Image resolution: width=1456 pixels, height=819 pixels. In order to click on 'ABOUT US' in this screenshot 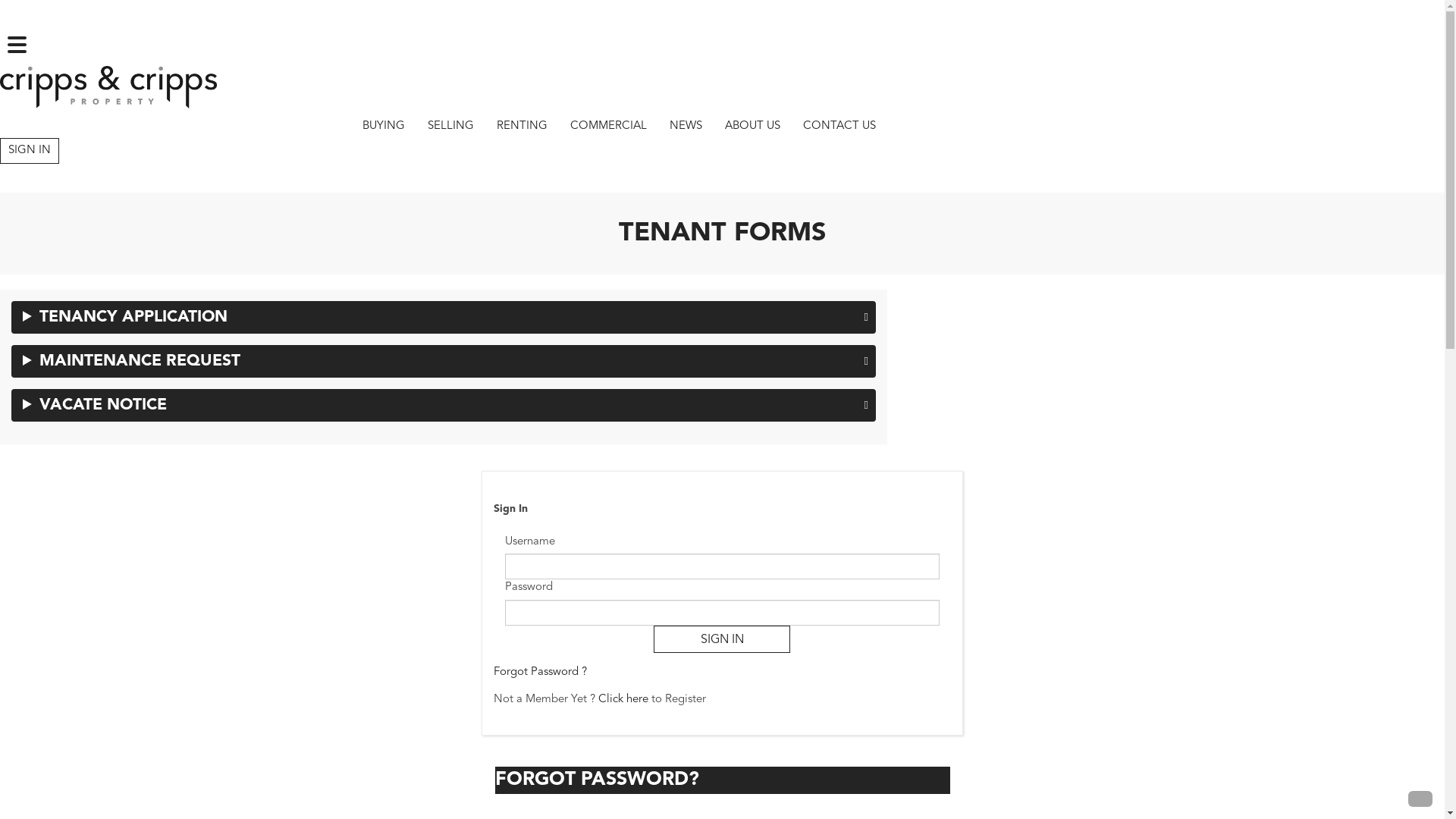, I will do `click(752, 125)`.